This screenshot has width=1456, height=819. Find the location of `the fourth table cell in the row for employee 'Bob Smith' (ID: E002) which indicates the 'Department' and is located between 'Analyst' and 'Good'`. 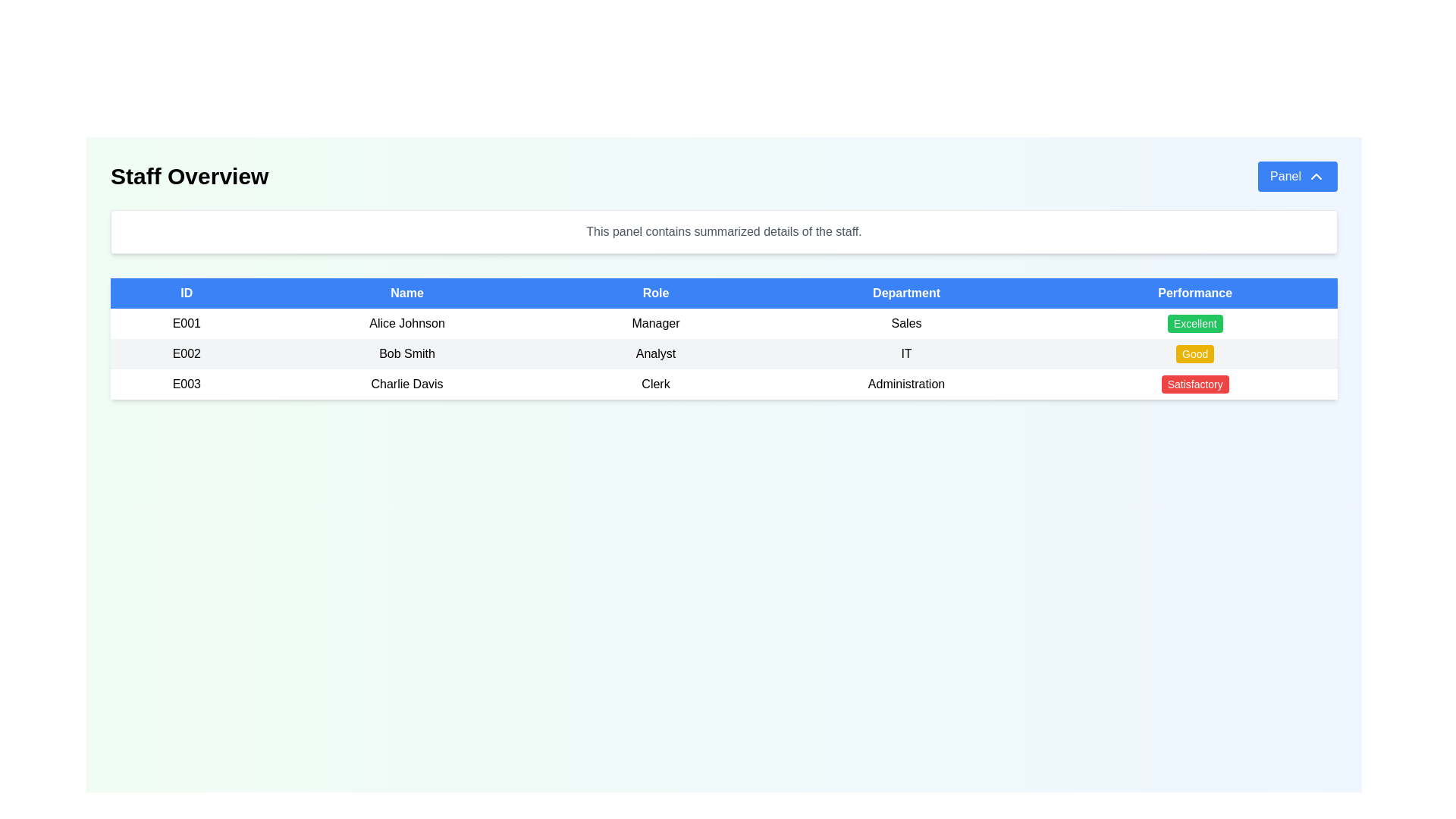

the fourth table cell in the row for employee 'Bob Smith' (ID: E002) which indicates the 'Department' and is located between 'Analyst' and 'Good' is located at coordinates (906, 353).